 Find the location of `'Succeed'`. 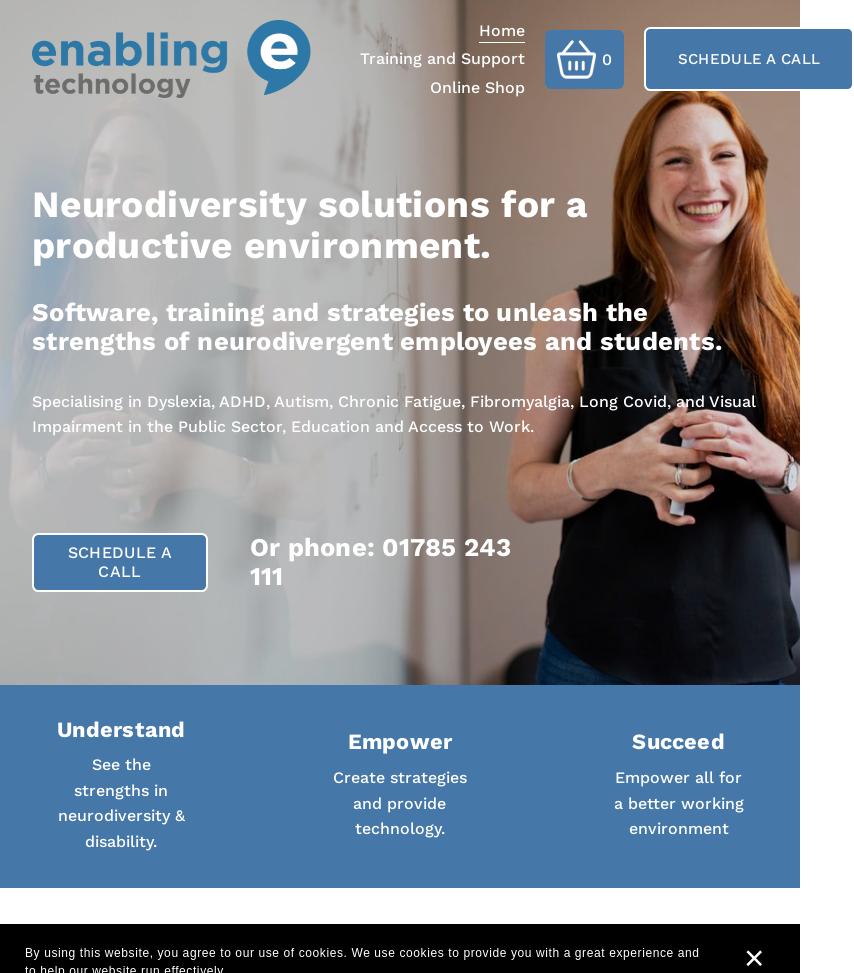

'Succeed' is located at coordinates (676, 741).